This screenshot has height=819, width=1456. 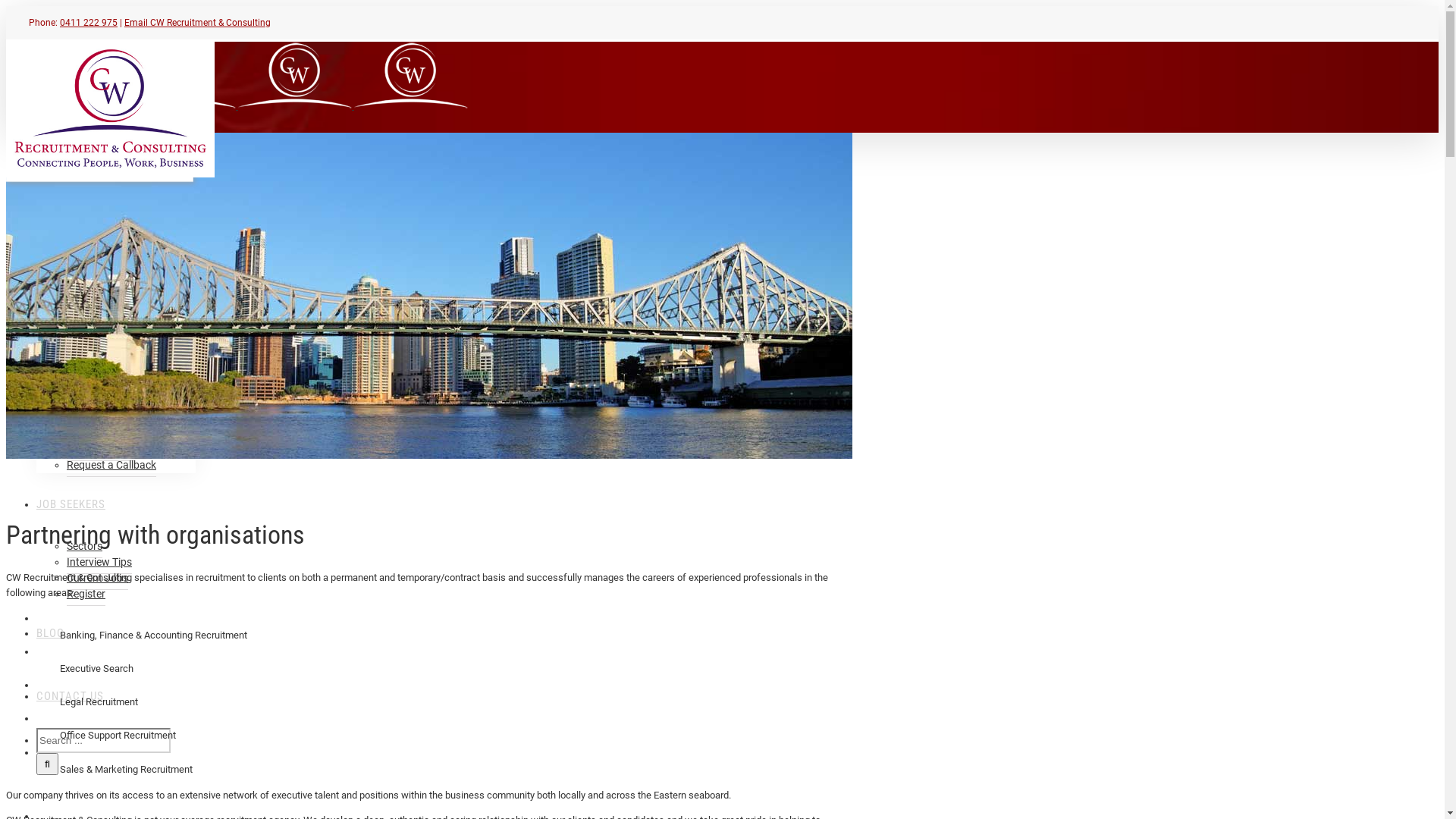 What do you see at coordinates (96, 578) in the screenshot?
I see `'Current Jobs'` at bounding box center [96, 578].